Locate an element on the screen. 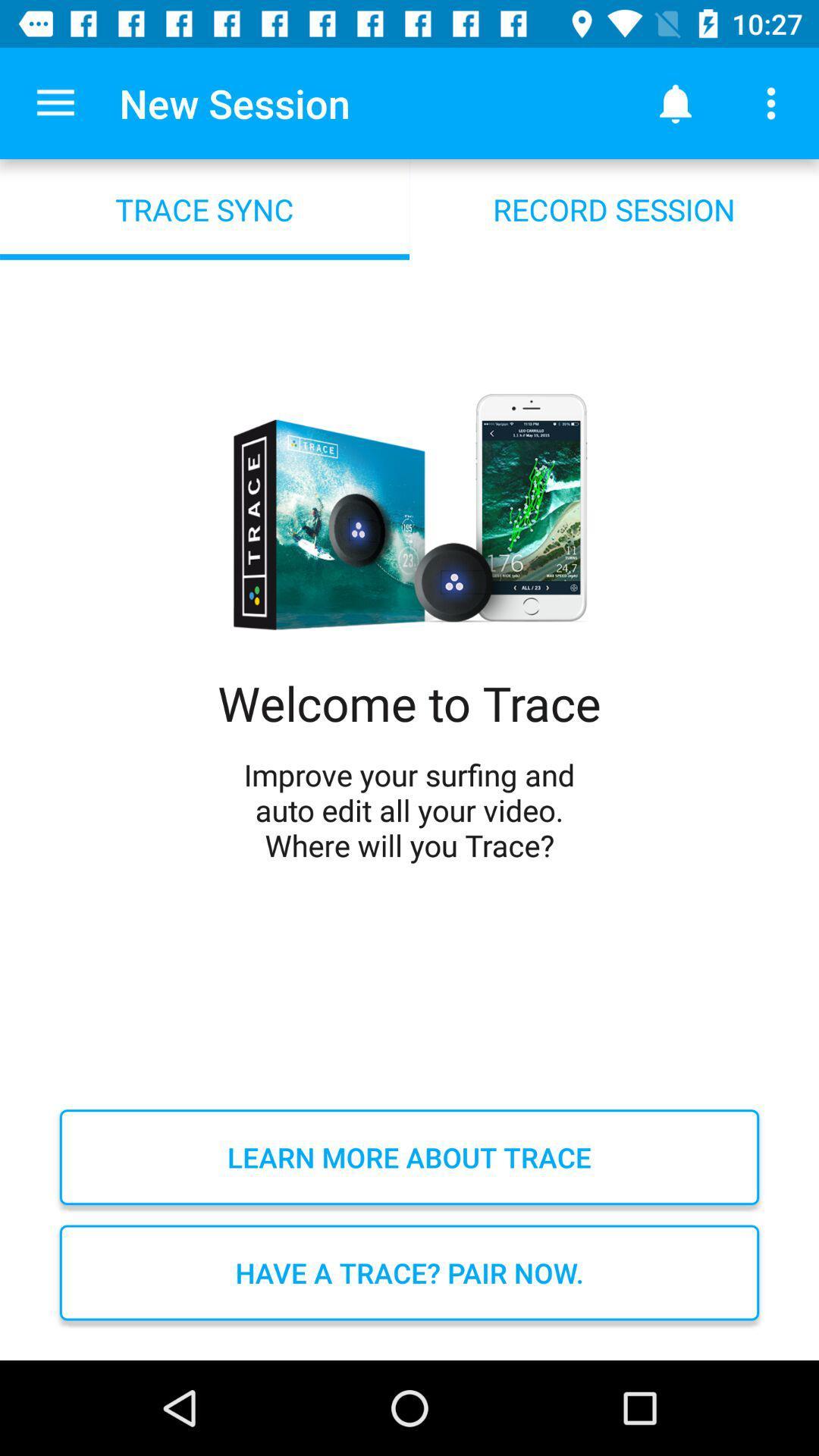 The image size is (819, 1456). the have a trace is located at coordinates (409, 1272).